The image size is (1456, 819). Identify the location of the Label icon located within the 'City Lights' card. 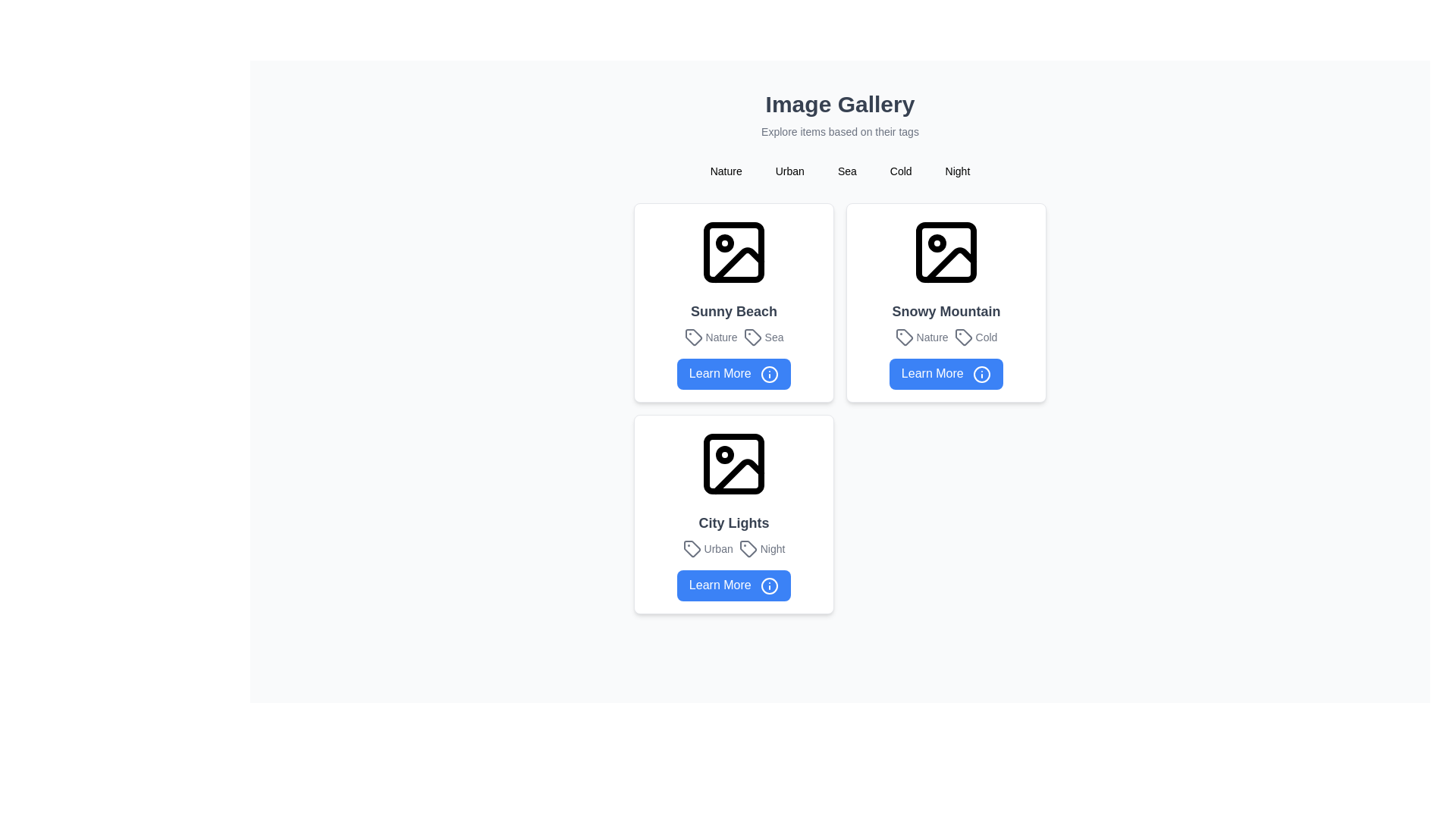
(691, 548).